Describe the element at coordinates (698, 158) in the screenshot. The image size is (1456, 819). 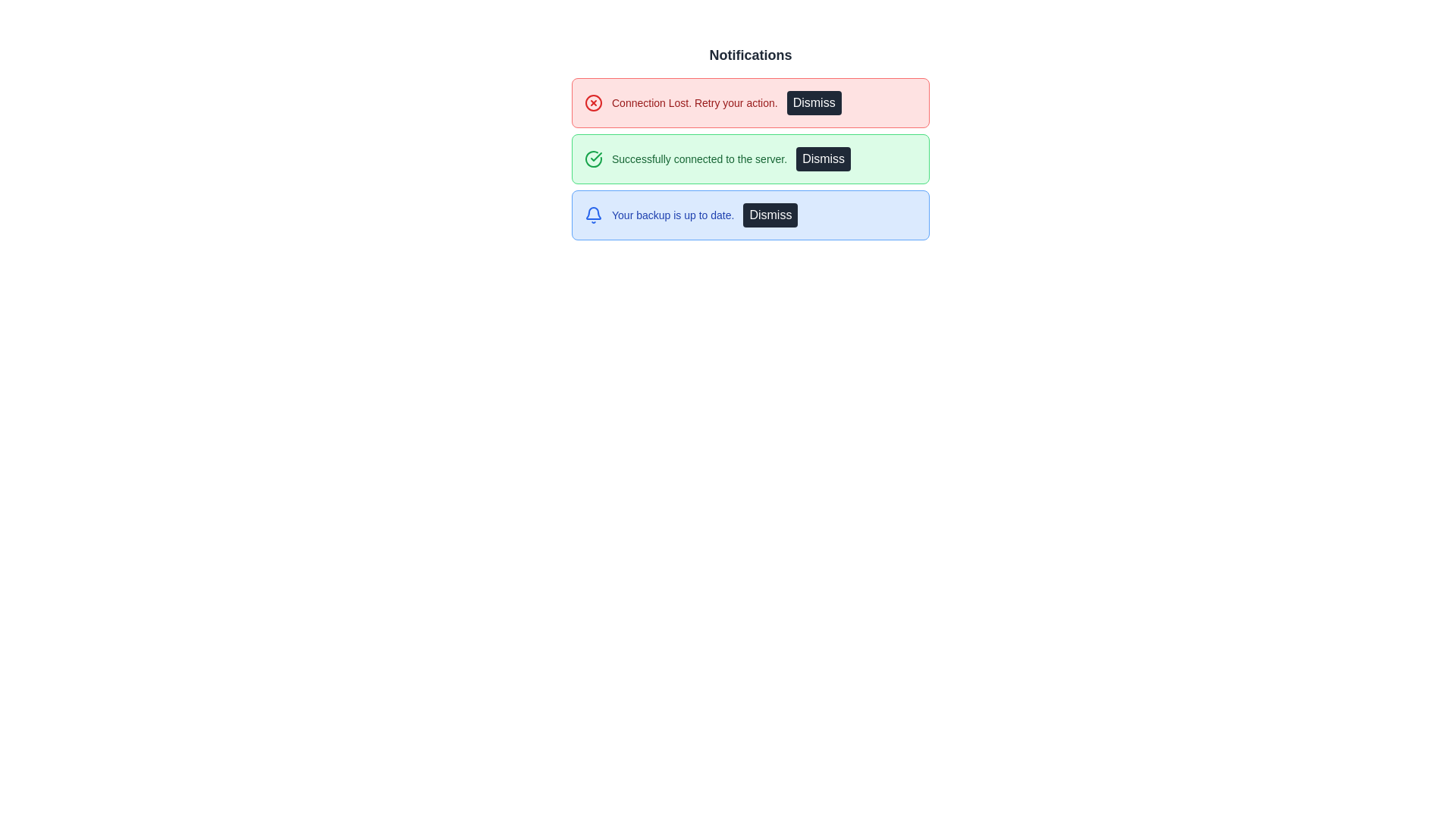
I see `text from the green text label that reads 'Successfully connected to the server.' positioned in the center-left area of the green notification banner` at that location.